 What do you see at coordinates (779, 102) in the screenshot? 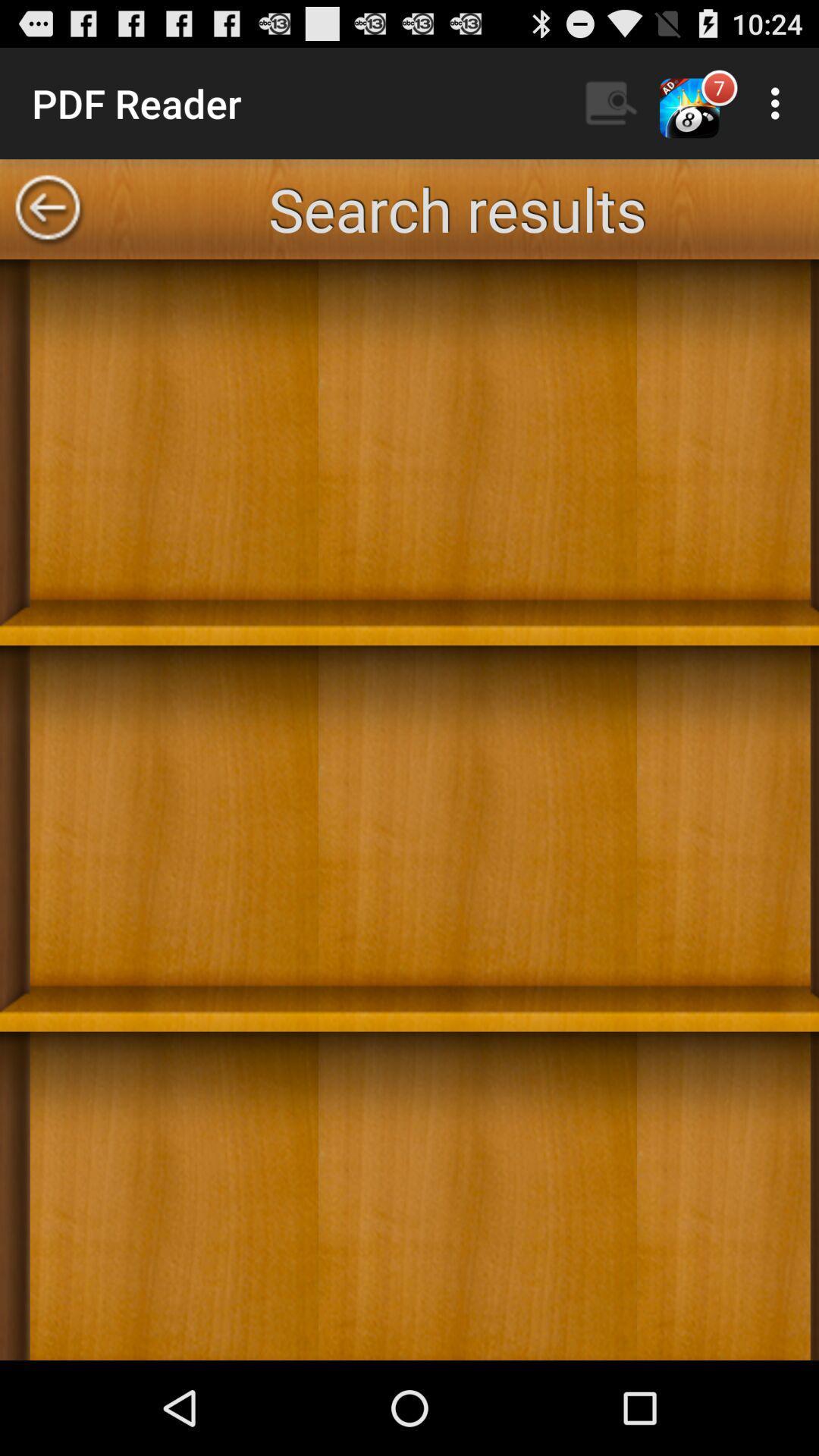
I see `the item to the right of 7` at bounding box center [779, 102].